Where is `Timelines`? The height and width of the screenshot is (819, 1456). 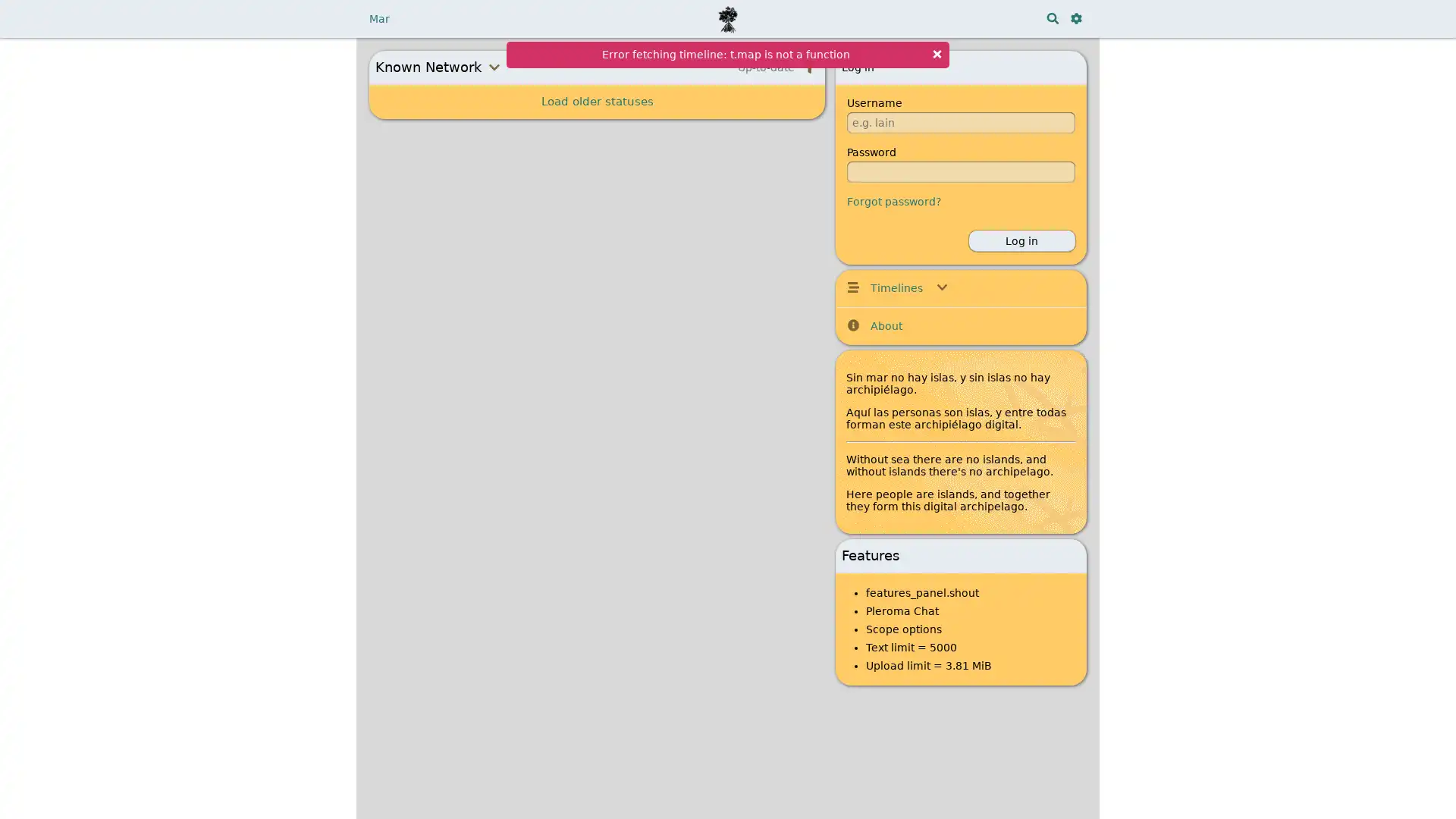
Timelines is located at coordinates (960, 287).